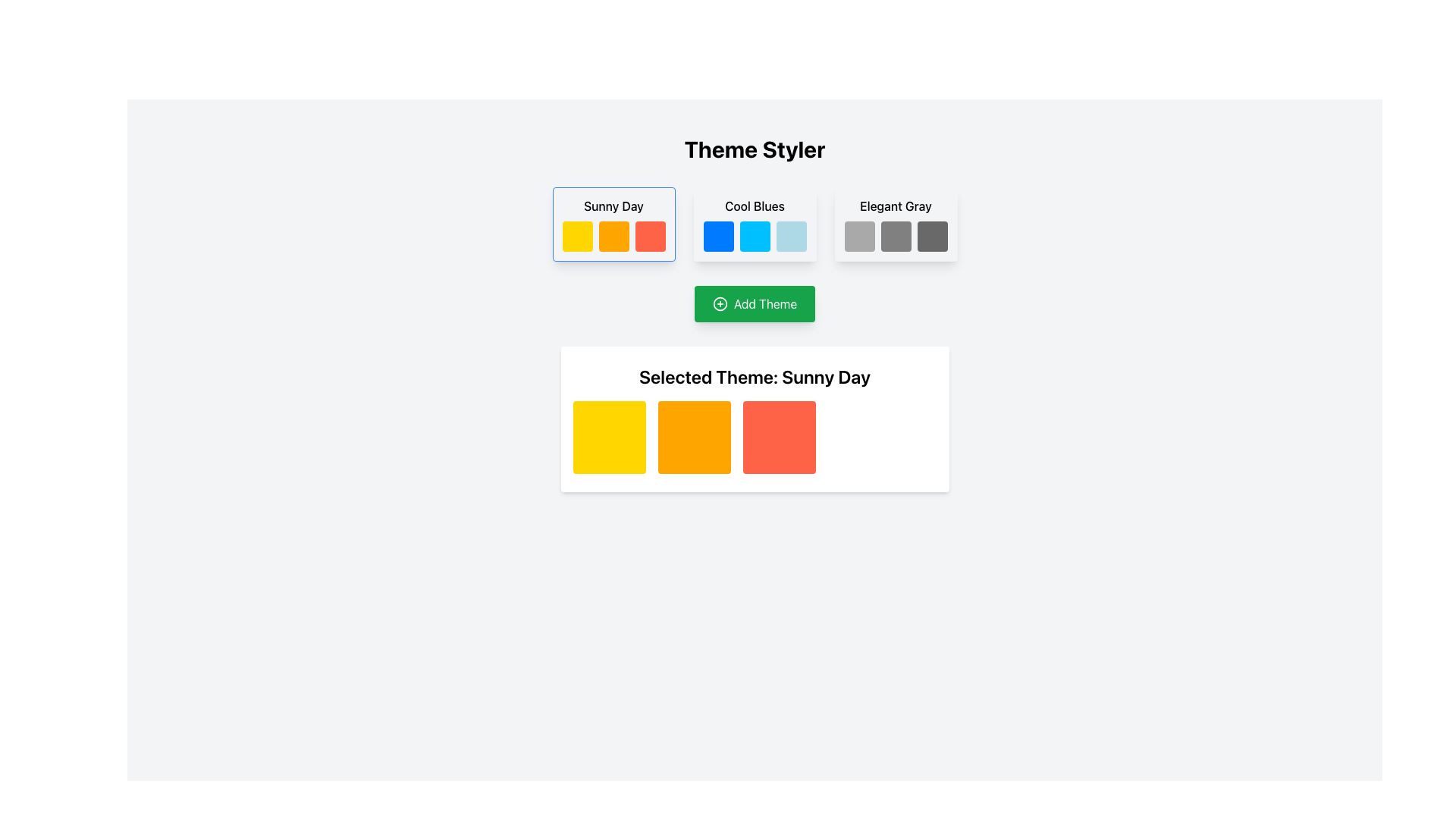  What do you see at coordinates (755, 376) in the screenshot?
I see `the static text display that shows the currently selected theme, which reads 'Sunny Day', located centrally below the 'Add Theme' button` at bounding box center [755, 376].